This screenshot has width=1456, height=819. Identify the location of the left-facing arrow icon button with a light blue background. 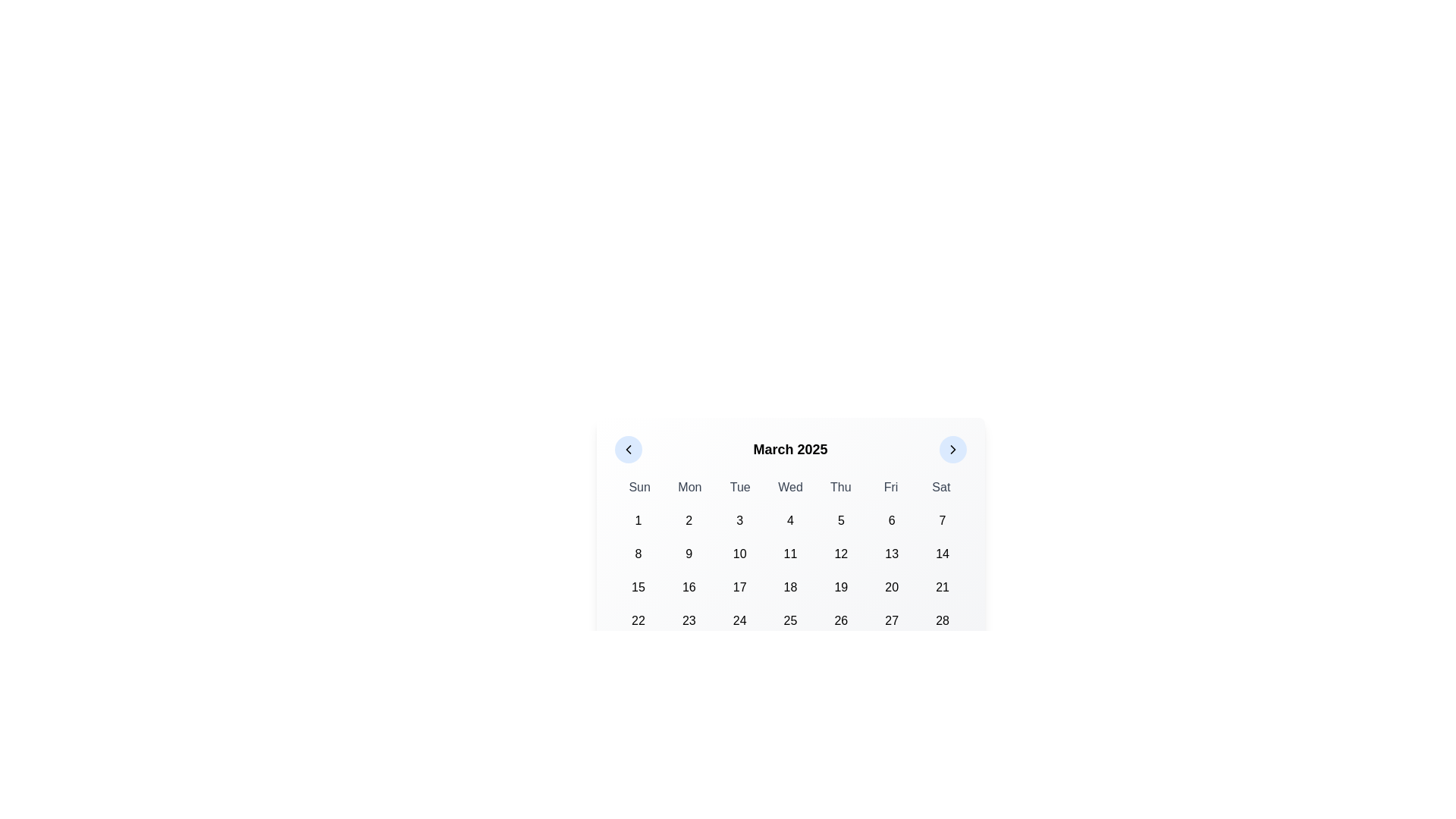
(628, 449).